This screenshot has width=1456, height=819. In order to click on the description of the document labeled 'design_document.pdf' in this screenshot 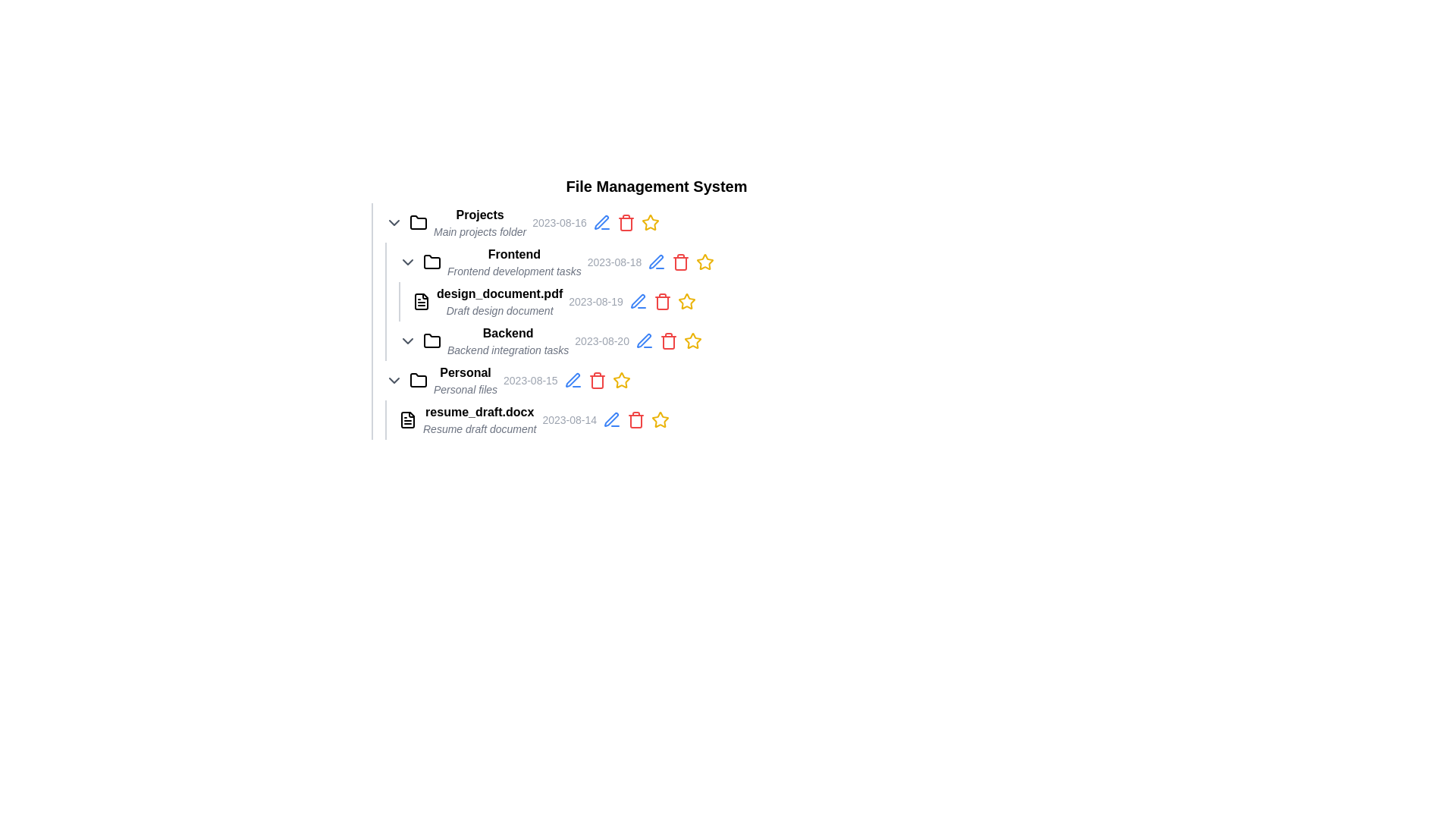, I will do `click(500, 301)`.